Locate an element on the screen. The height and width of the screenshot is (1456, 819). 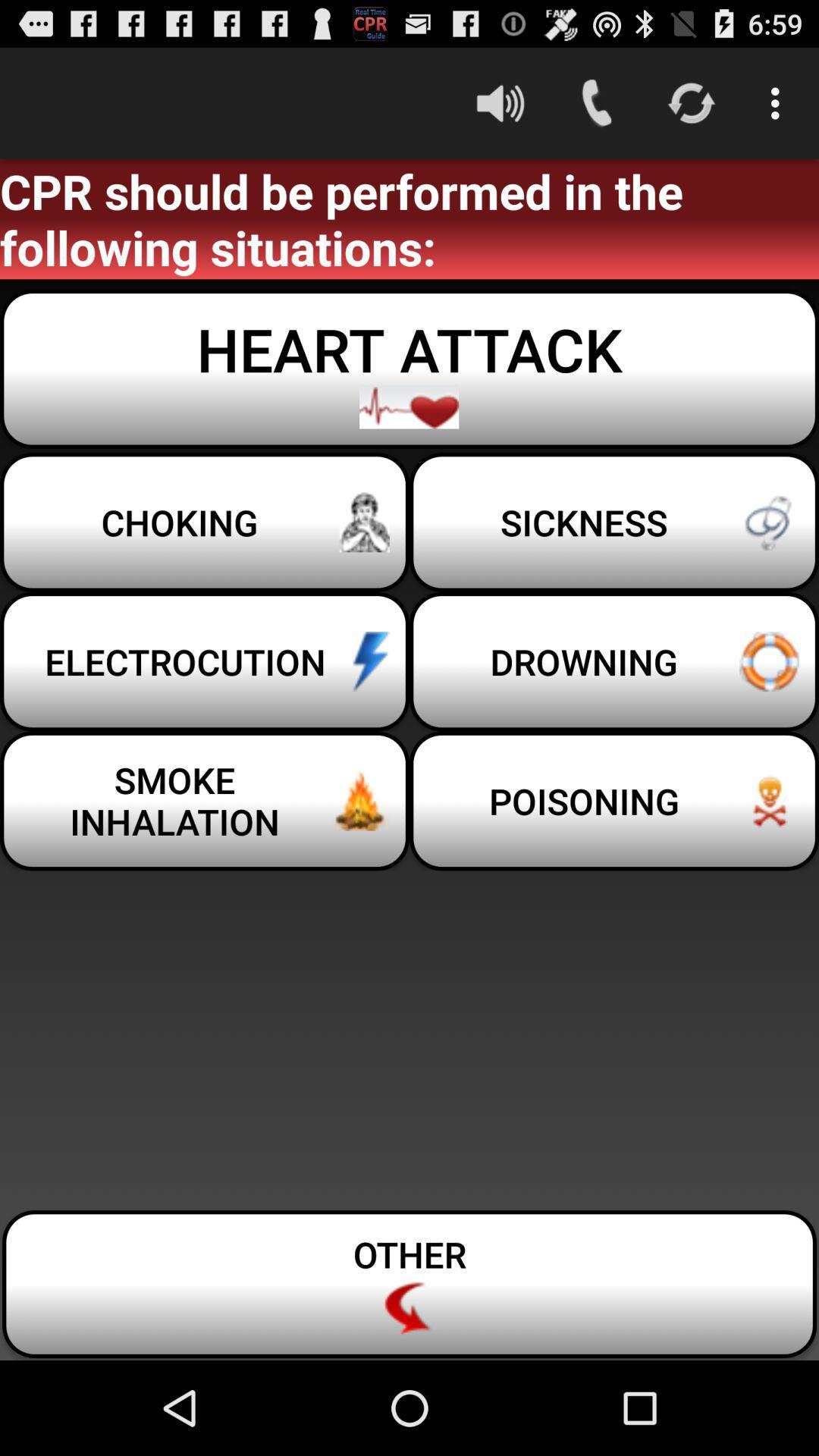
the icon below the electrocution is located at coordinates (614, 800).